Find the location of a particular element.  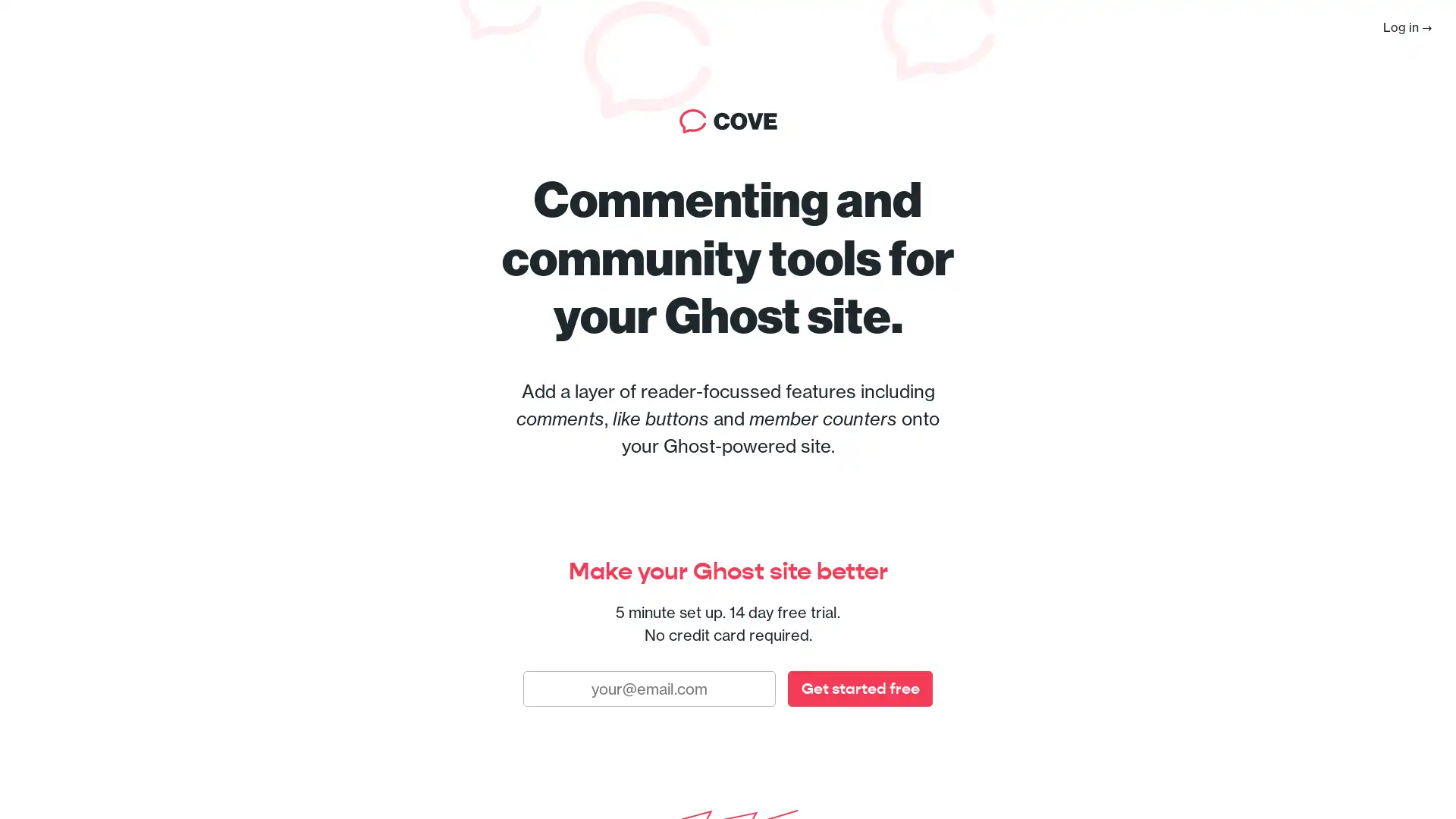

Get started free is located at coordinates (860, 688).